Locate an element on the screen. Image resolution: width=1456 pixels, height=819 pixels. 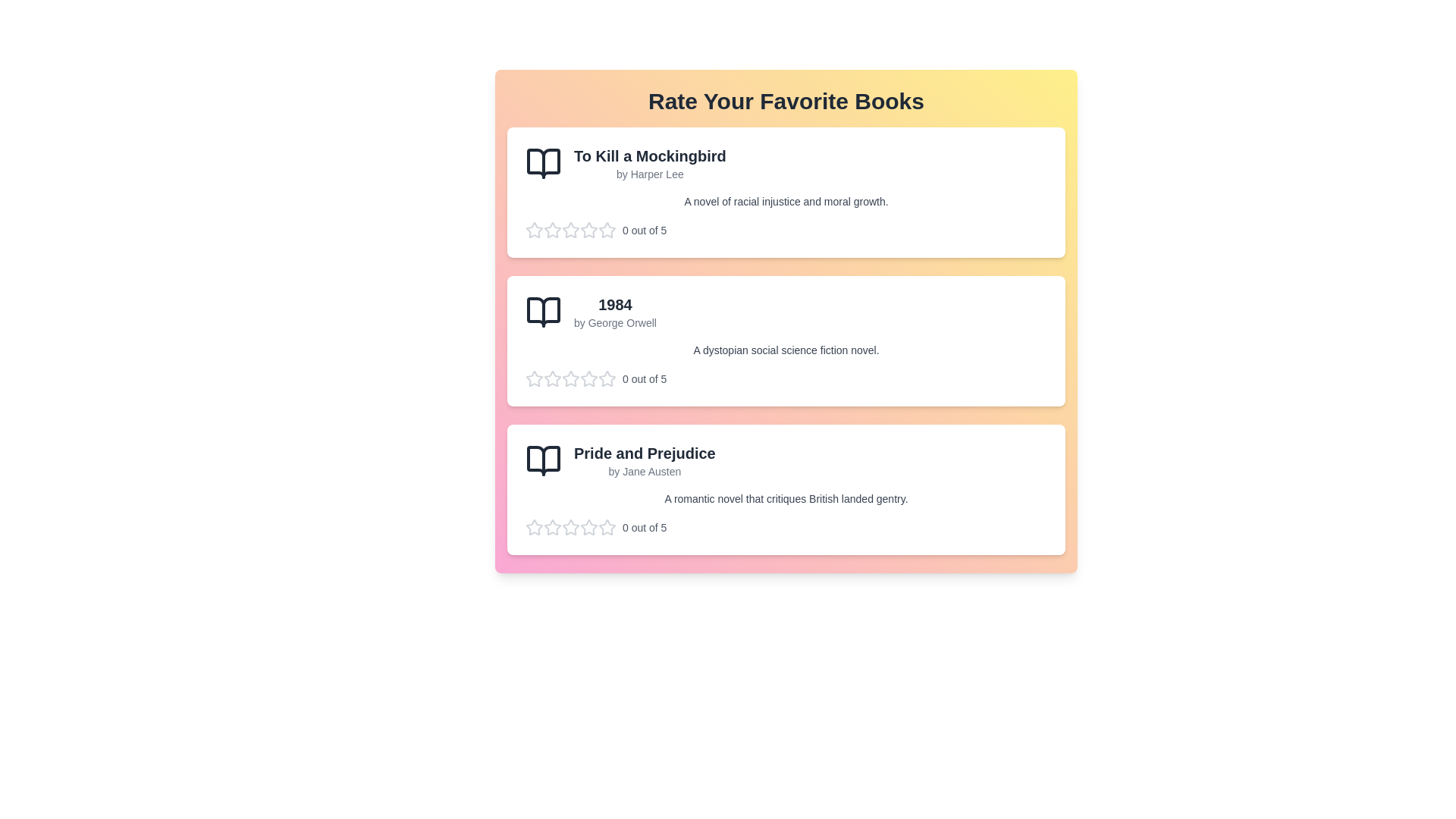
the first star icon in the rating system for the book '1984' by George Orwell to visually enlarge it is located at coordinates (535, 378).